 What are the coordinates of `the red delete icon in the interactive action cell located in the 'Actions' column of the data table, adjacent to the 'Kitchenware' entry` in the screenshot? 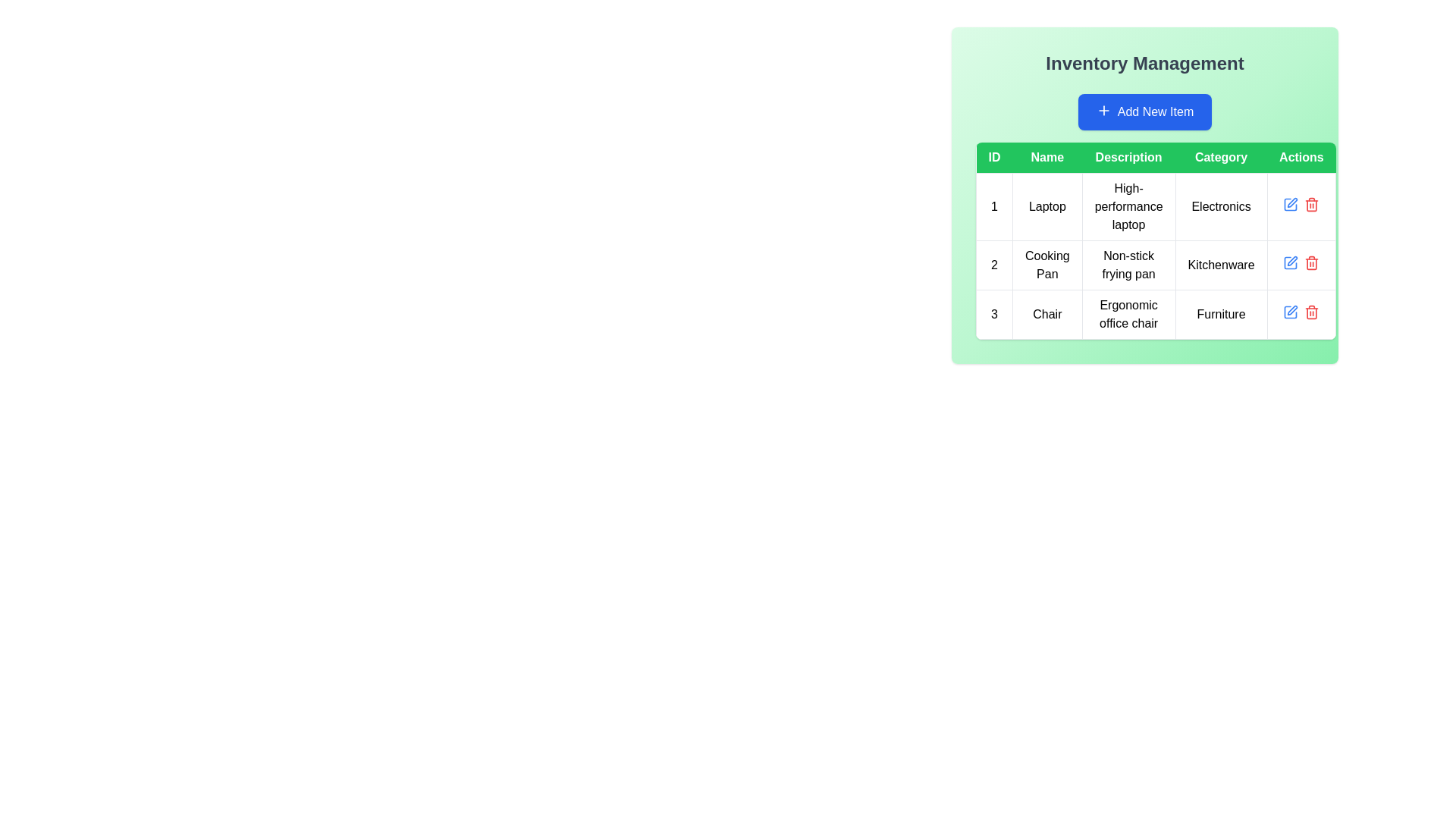 It's located at (1301, 265).